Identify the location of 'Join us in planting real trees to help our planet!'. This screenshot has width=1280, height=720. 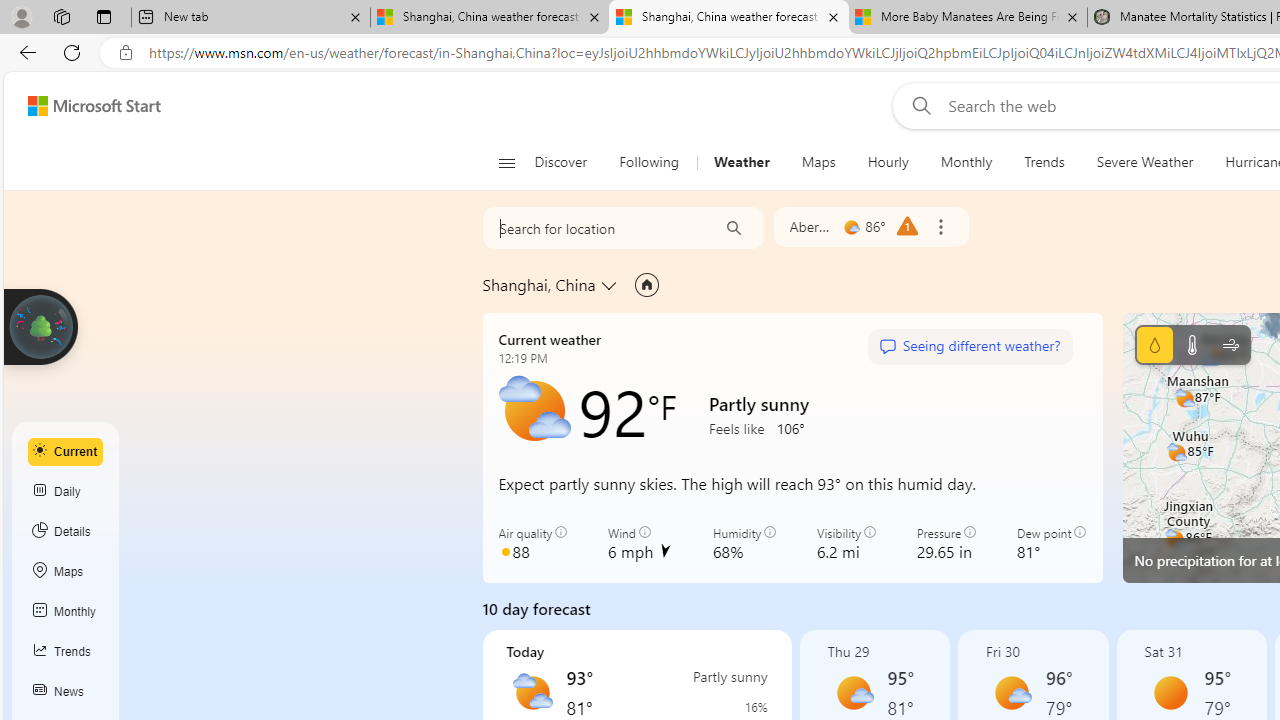
(40, 324).